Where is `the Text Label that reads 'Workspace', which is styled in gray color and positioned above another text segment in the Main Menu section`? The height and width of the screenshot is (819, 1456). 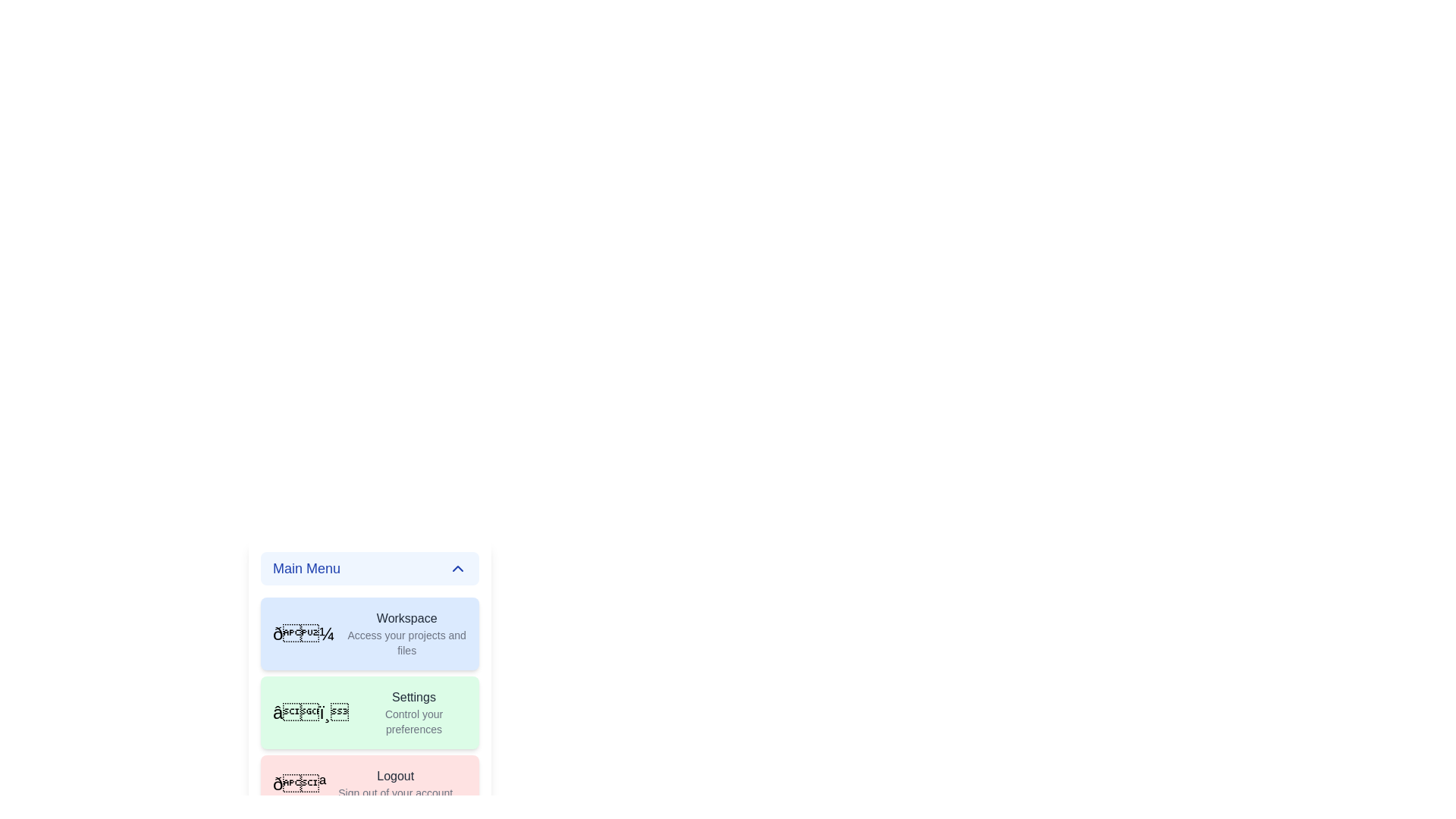 the Text Label that reads 'Workspace', which is styled in gray color and positioned above another text segment in the Main Menu section is located at coordinates (406, 619).